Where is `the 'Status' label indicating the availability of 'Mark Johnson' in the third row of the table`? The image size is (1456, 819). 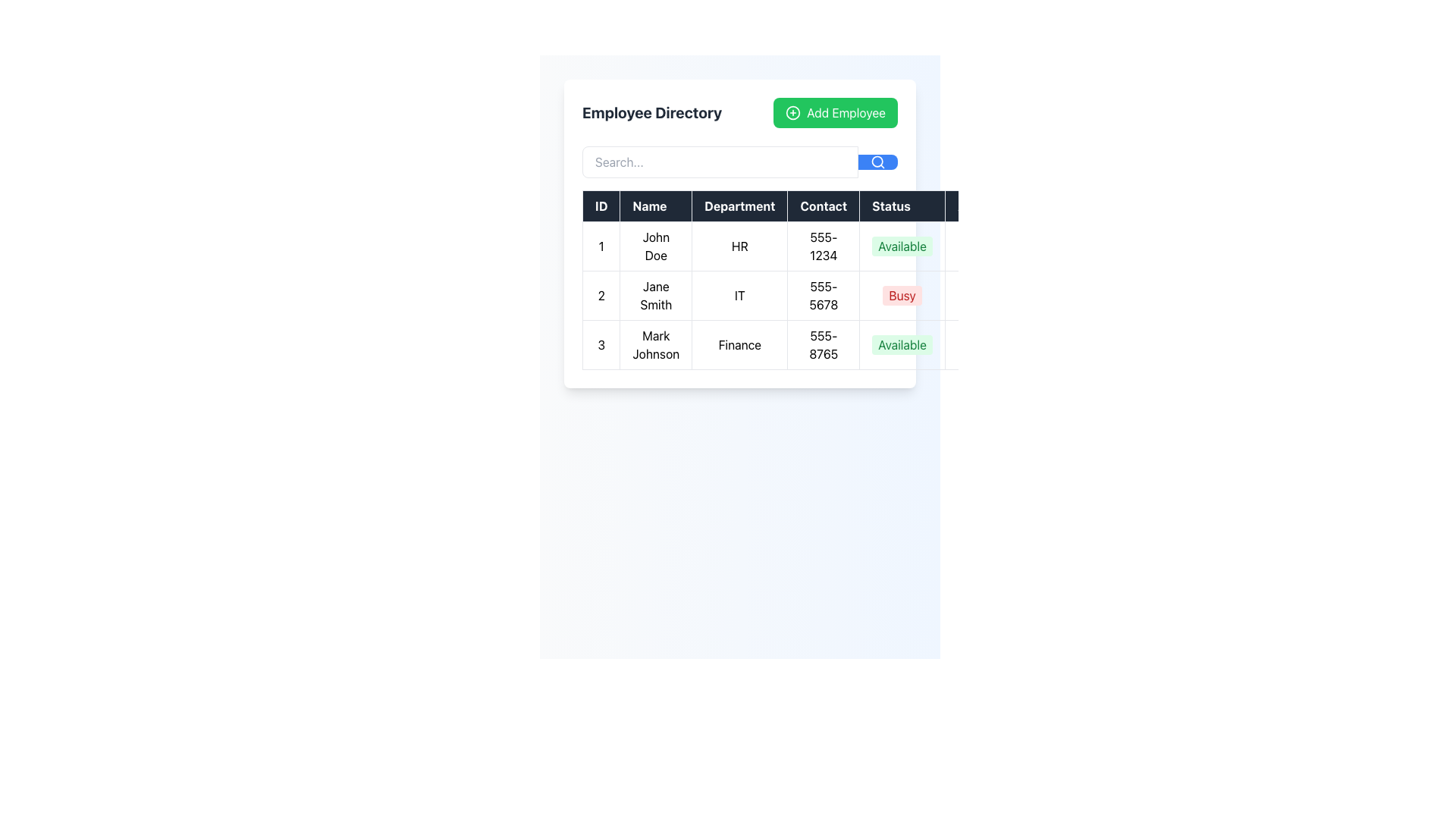 the 'Status' label indicating the availability of 'Mark Johnson' in the third row of the table is located at coordinates (902, 345).